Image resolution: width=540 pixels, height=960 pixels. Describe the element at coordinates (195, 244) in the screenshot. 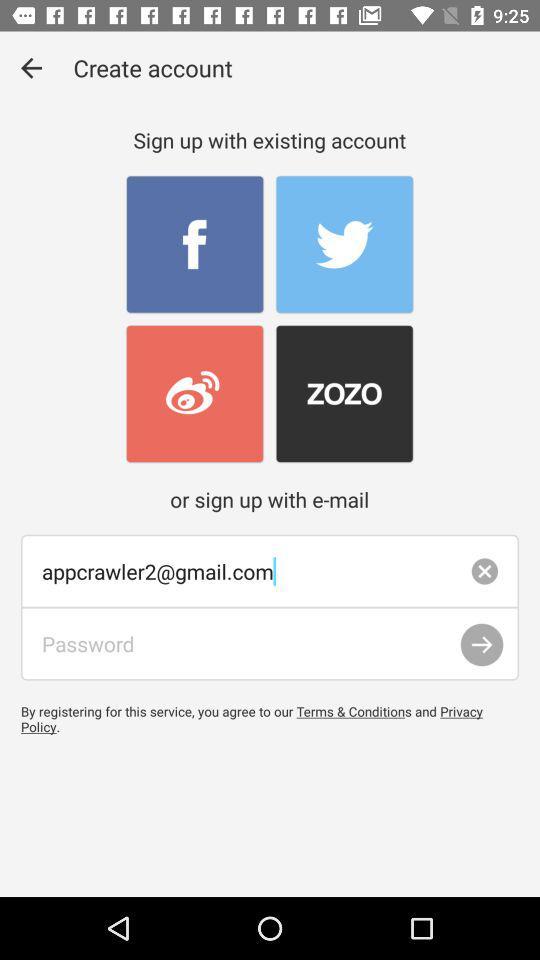

I see `facebook sign-in` at that location.